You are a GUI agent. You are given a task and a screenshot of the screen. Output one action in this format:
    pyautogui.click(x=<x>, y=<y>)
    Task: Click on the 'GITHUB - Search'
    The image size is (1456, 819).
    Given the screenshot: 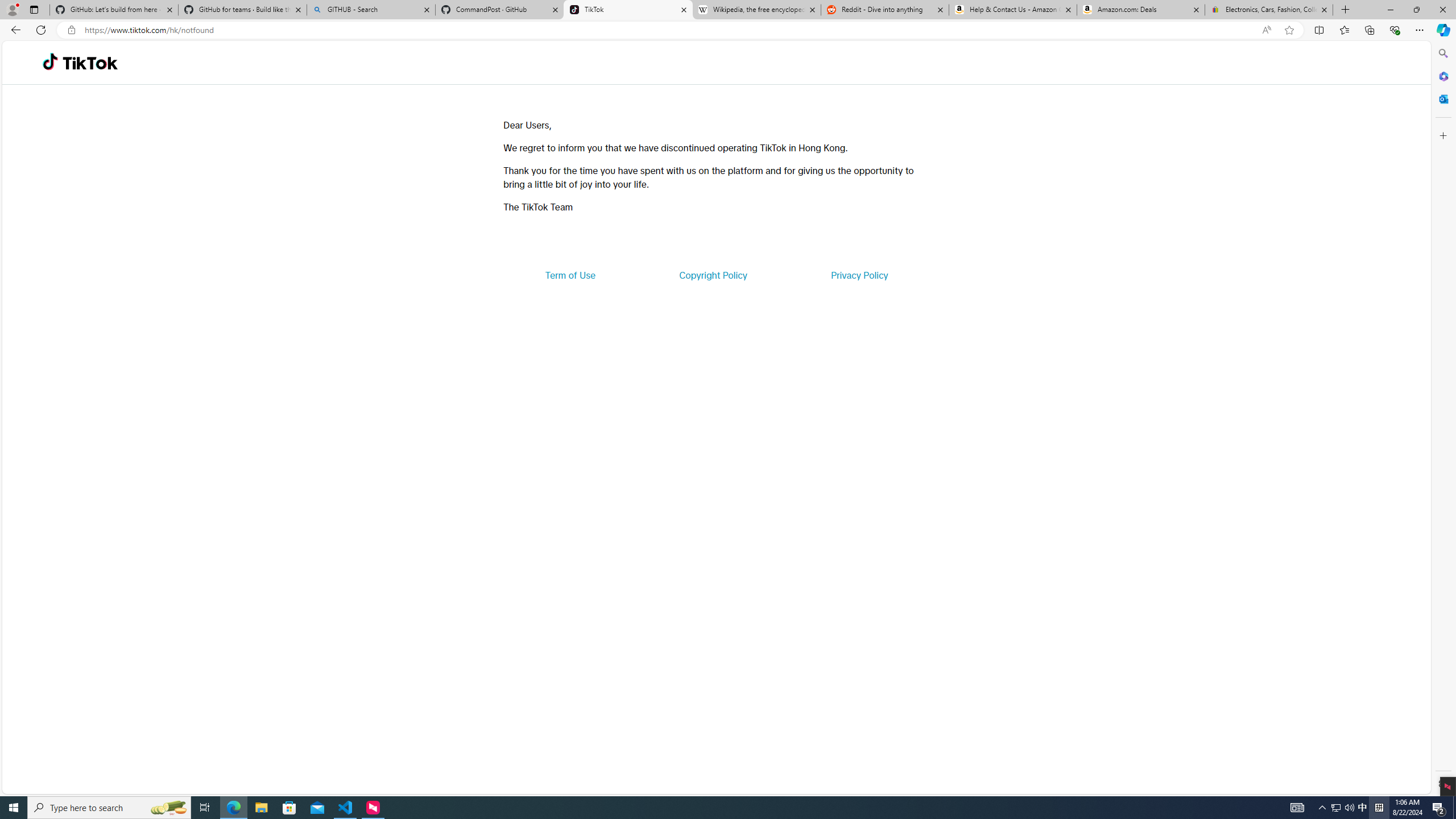 What is the action you would take?
    pyautogui.click(x=370, y=9)
    